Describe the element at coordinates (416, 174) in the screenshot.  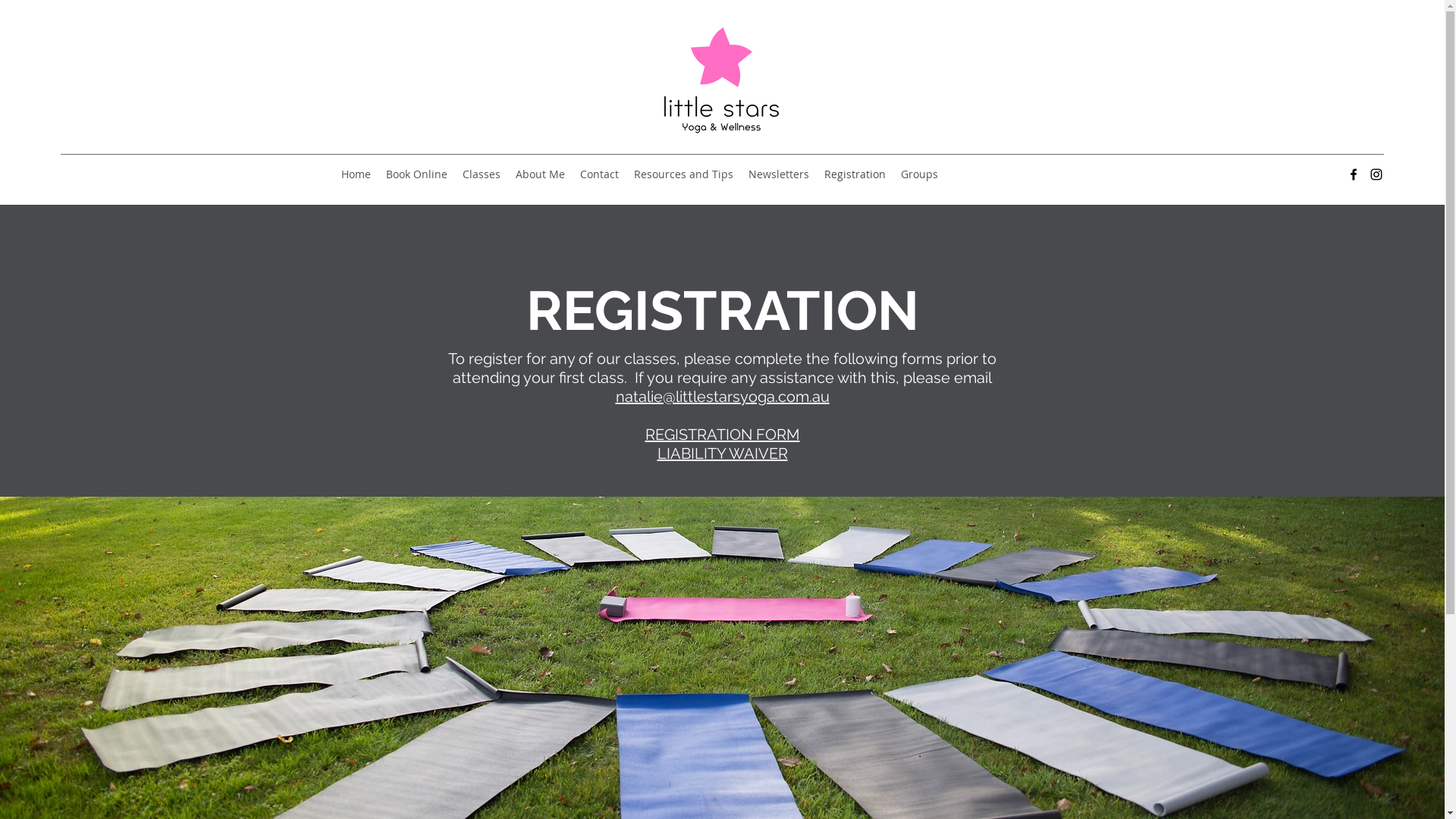
I see `'Book Online'` at that location.